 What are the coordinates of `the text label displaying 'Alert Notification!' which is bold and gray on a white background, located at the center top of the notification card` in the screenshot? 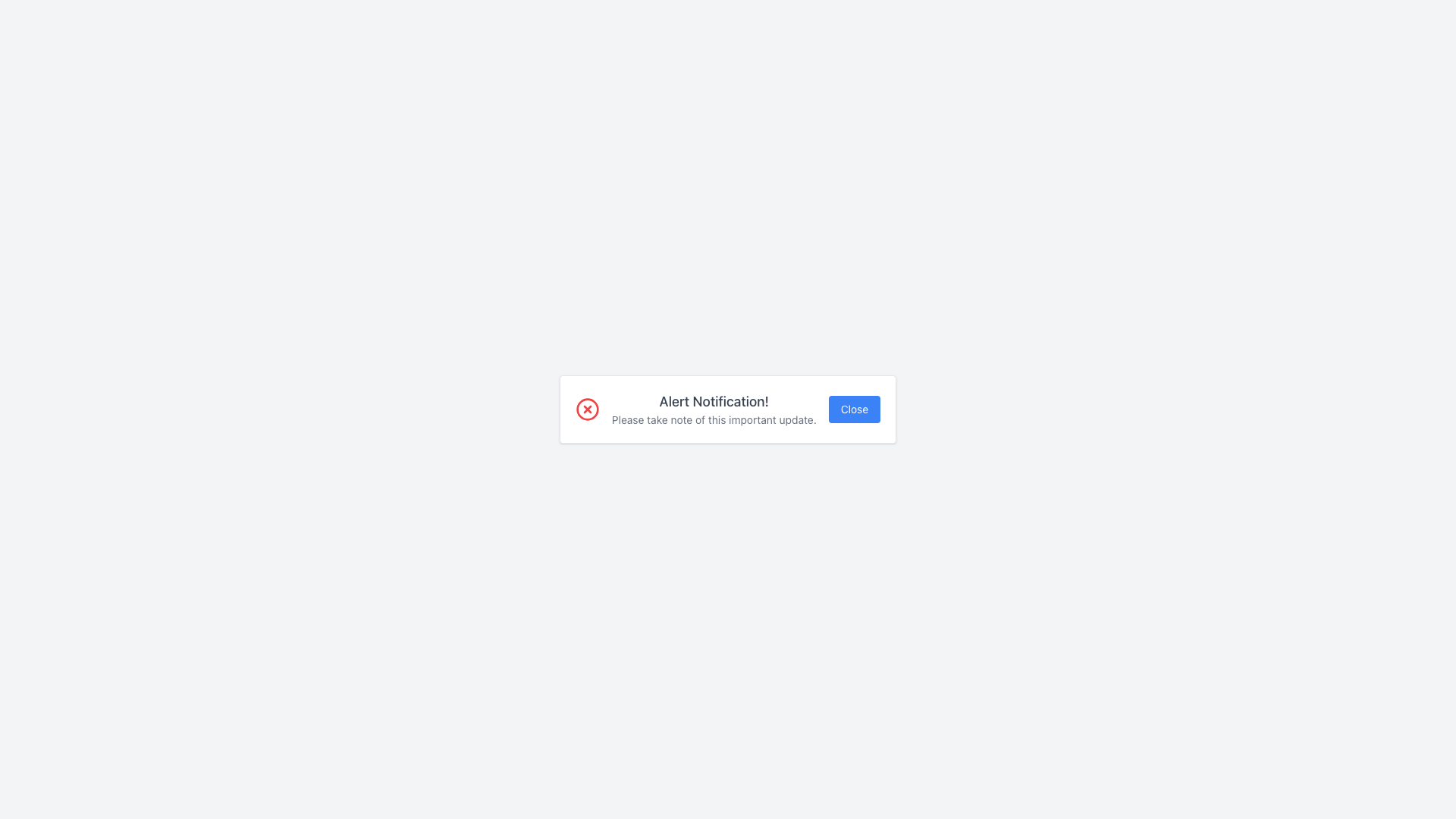 It's located at (713, 400).